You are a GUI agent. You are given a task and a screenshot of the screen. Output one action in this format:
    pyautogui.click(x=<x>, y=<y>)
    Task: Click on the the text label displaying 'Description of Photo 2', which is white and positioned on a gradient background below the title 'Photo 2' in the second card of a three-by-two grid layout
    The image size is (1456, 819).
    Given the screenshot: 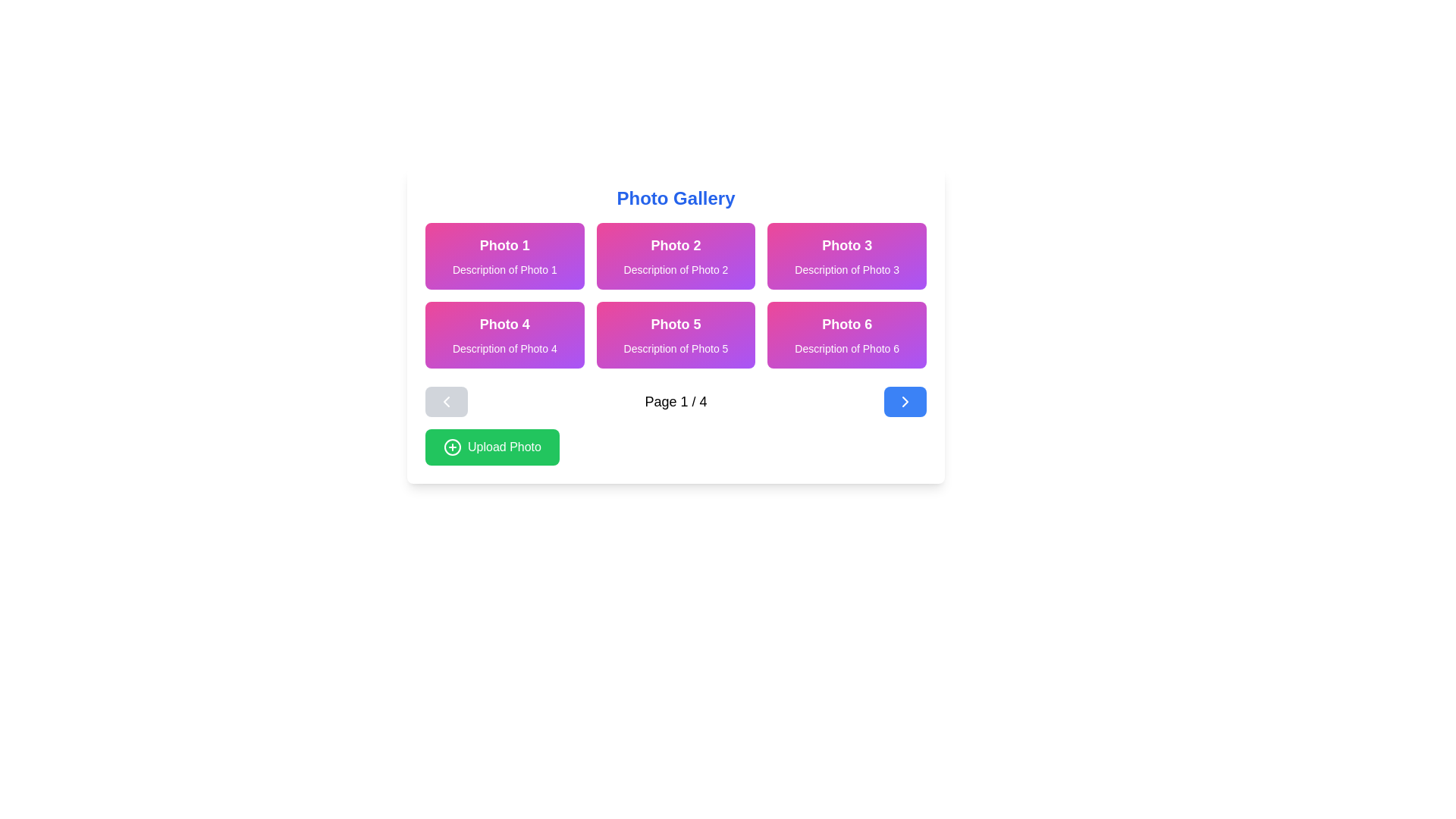 What is the action you would take?
    pyautogui.click(x=675, y=268)
    